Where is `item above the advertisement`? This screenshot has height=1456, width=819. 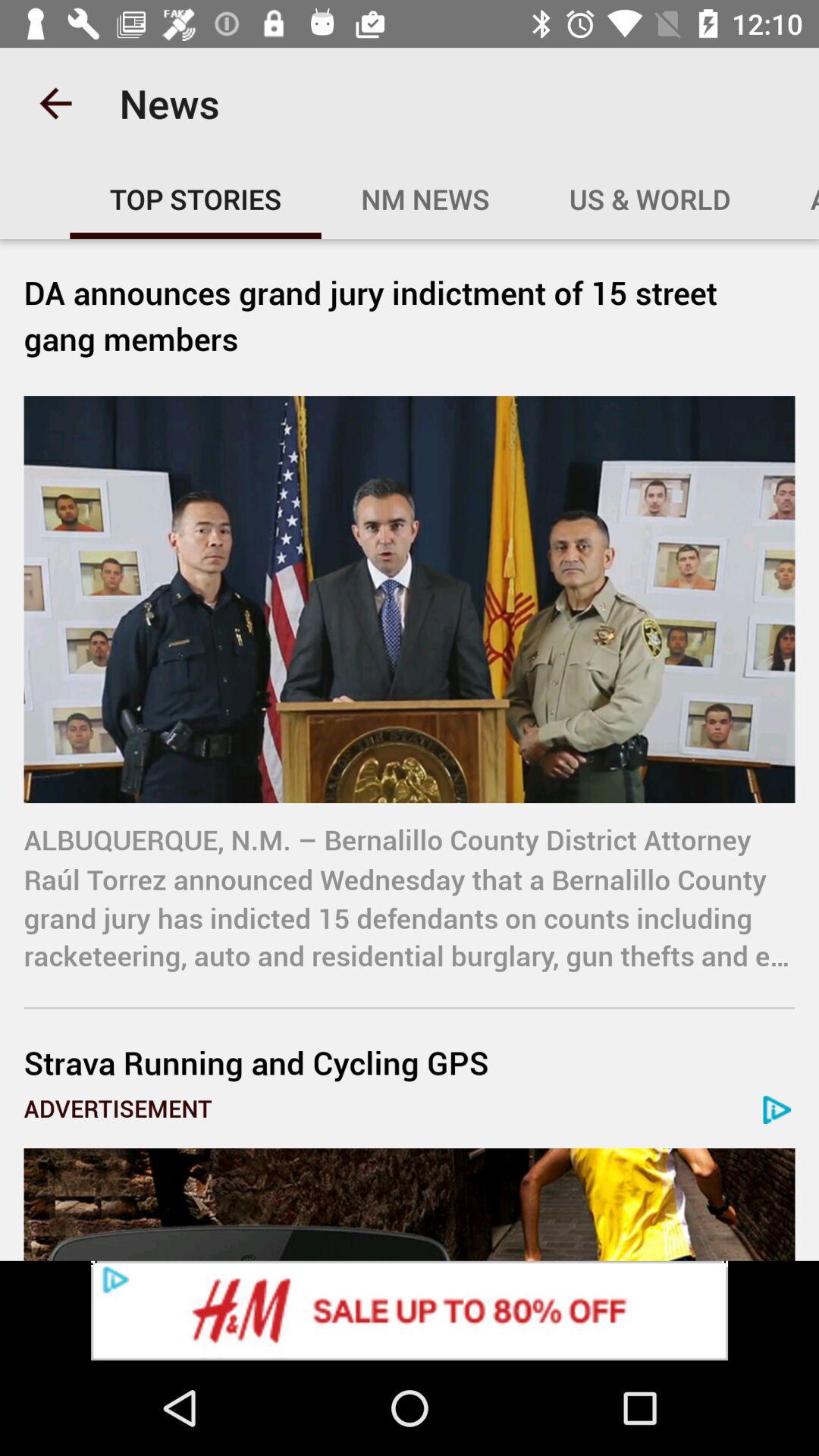 item above the advertisement is located at coordinates (409, 1062).